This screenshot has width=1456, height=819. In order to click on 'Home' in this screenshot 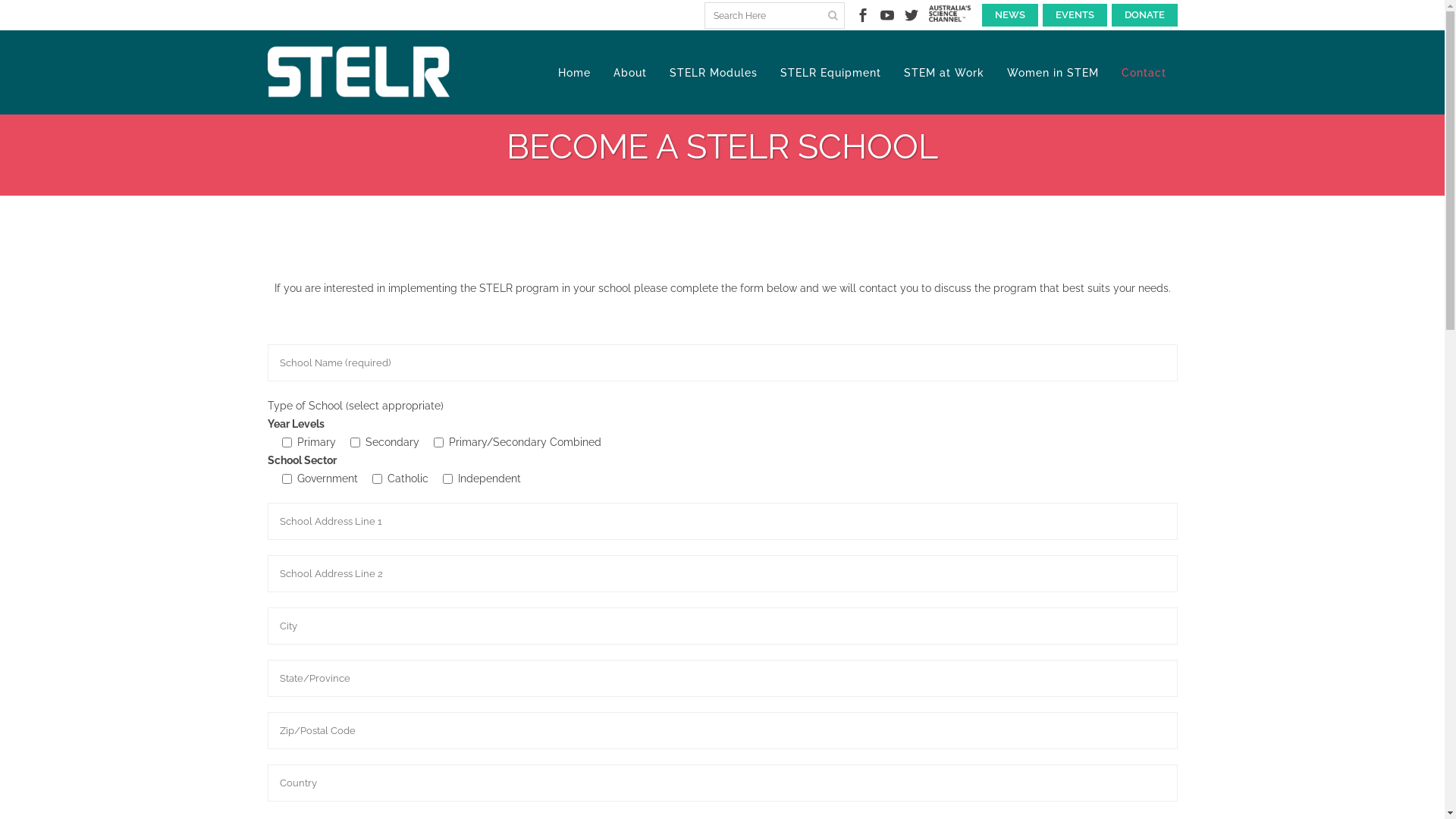, I will do `click(573, 73)`.